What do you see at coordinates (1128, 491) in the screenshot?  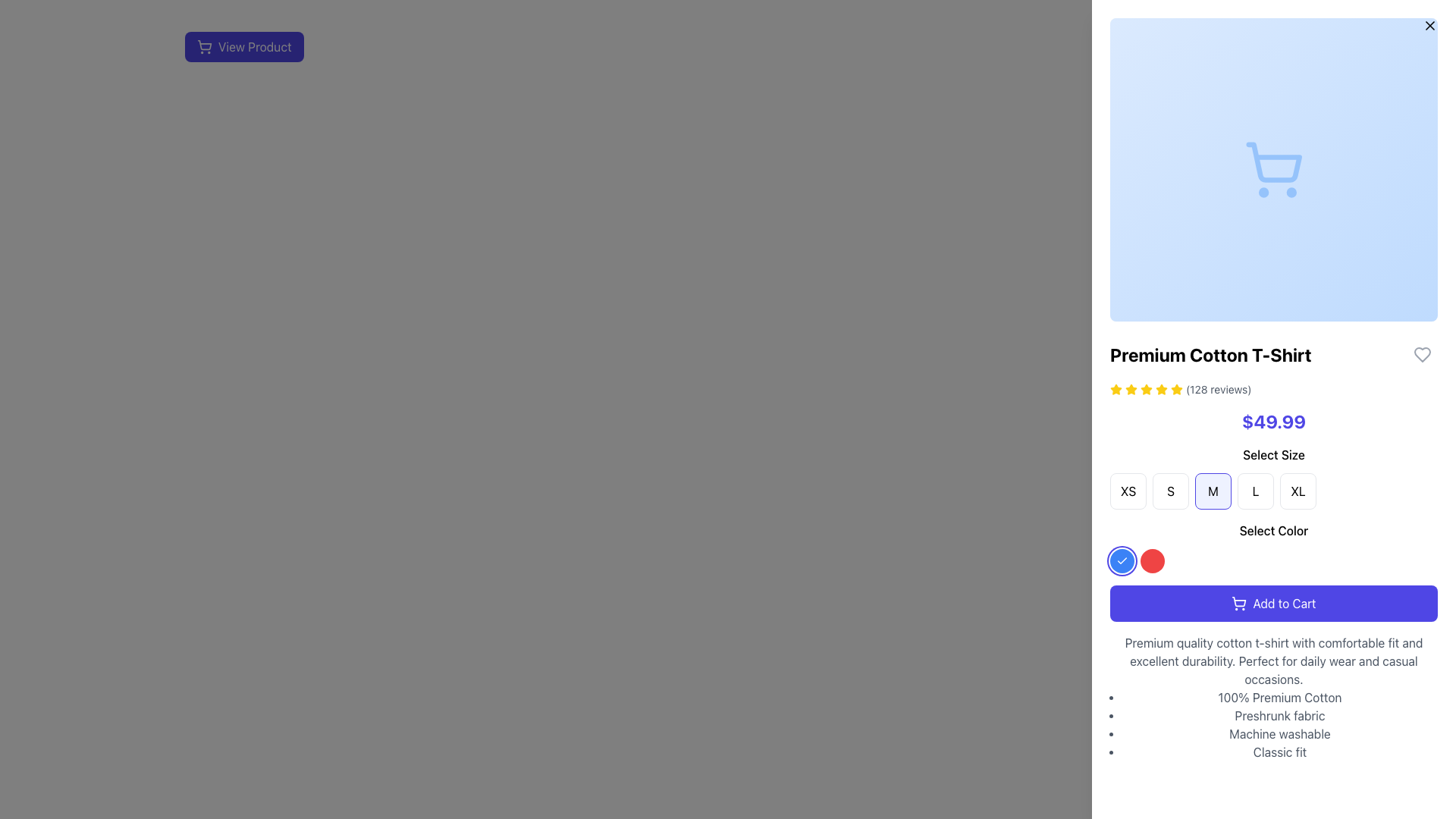 I see `the 'XS' size selection button, which is the first button in a horizontal row of size options for the product` at bounding box center [1128, 491].